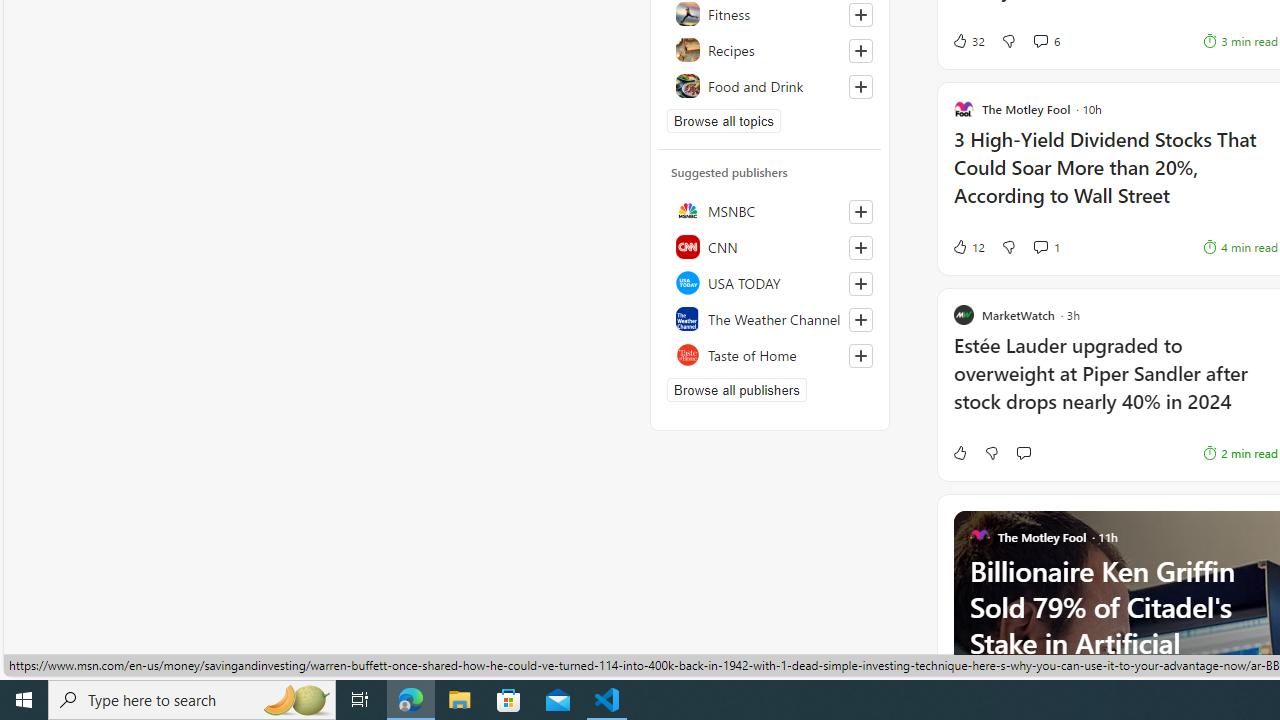 This screenshot has height=720, width=1280. What do you see at coordinates (1023, 452) in the screenshot?
I see `'Start the conversation'` at bounding box center [1023, 452].